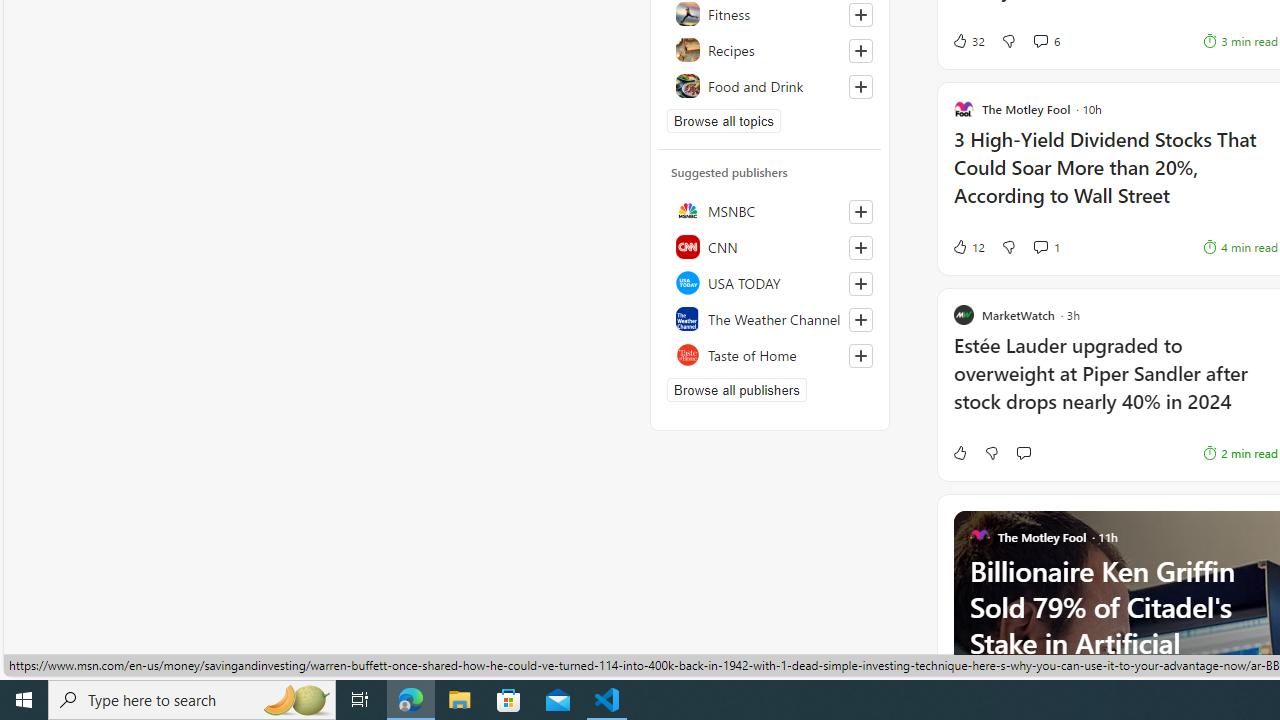 This screenshot has height=720, width=1280. What do you see at coordinates (1023, 452) in the screenshot?
I see `'Start the conversation'` at bounding box center [1023, 452].